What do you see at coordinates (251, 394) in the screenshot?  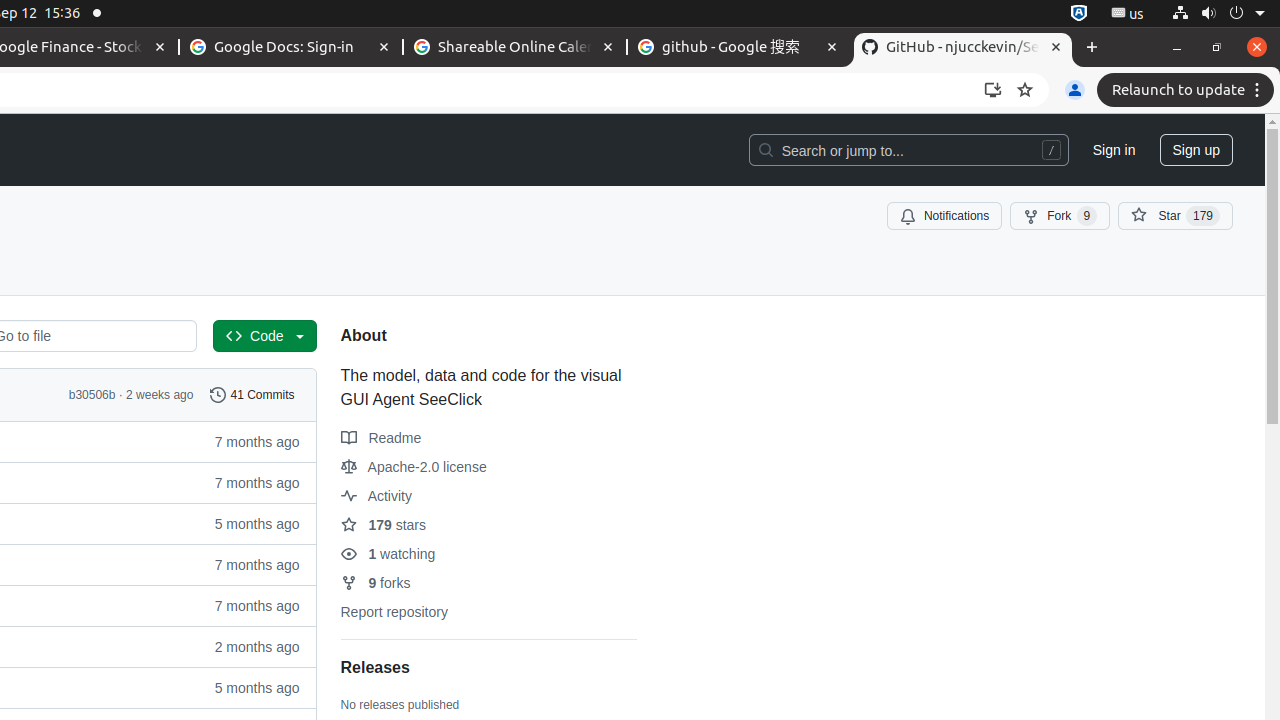 I see `'41 Commits'` at bounding box center [251, 394].